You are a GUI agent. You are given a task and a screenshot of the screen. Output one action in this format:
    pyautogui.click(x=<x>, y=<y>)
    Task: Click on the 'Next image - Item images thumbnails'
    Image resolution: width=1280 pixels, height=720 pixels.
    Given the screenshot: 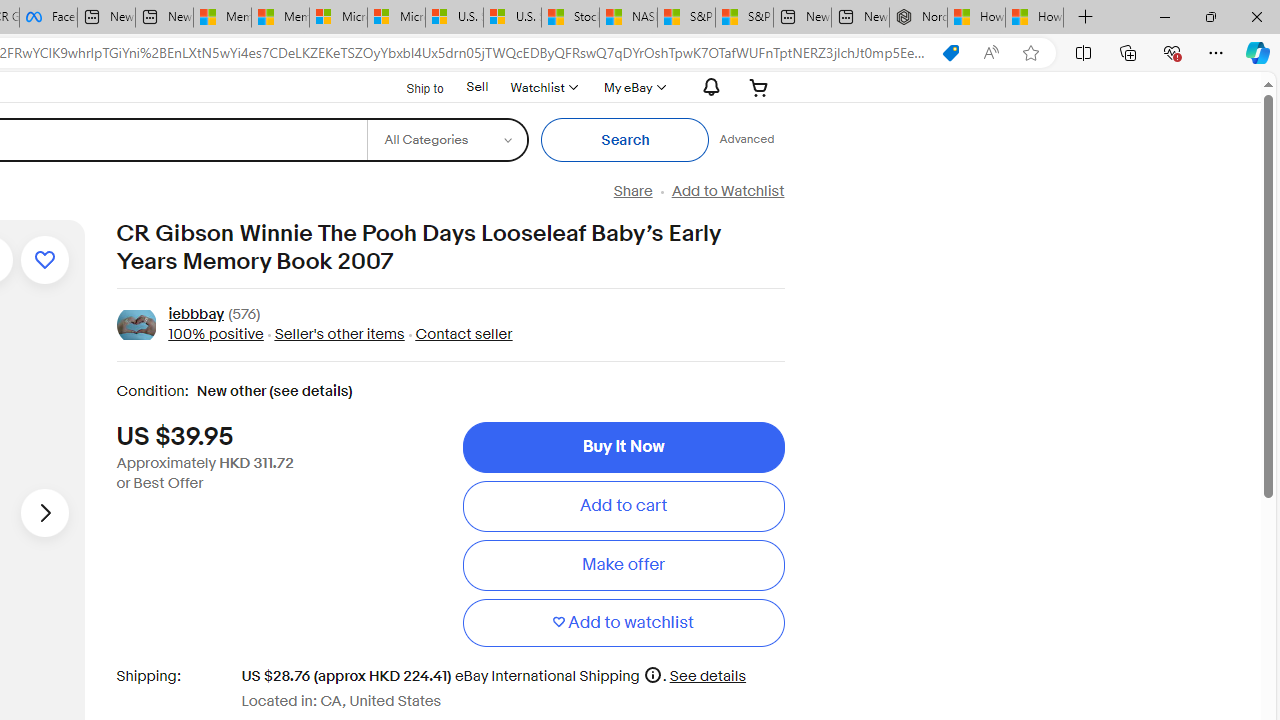 What is the action you would take?
    pyautogui.click(x=44, y=511)
    